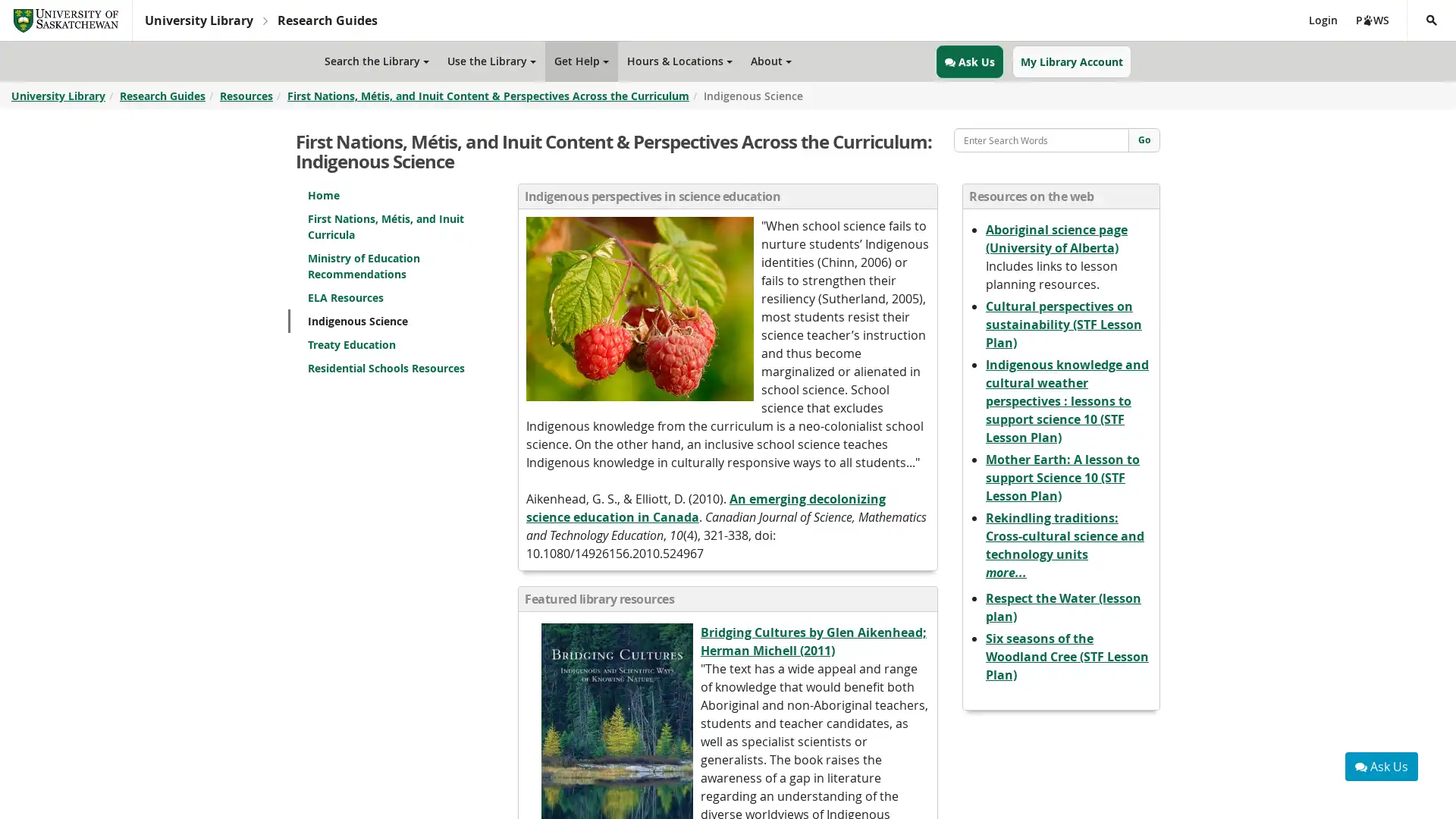  What do you see at coordinates (1144, 140) in the screenshot?
I see `Go` at bounding box center [1144, 140].